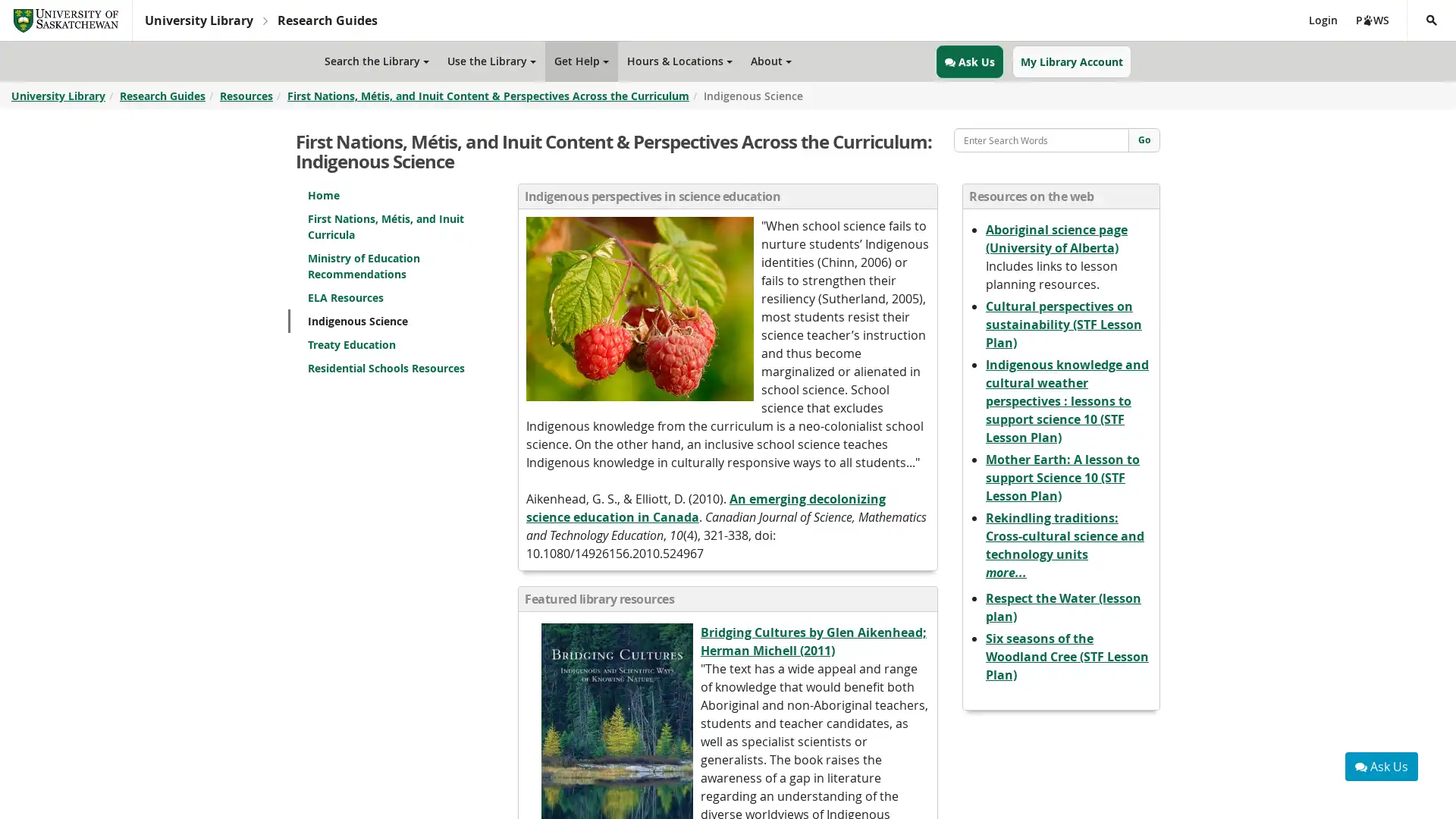  What do you see at coordinates (1144, 140) in the screenshot?
I see `Go` at bounding box center [1144, 140].